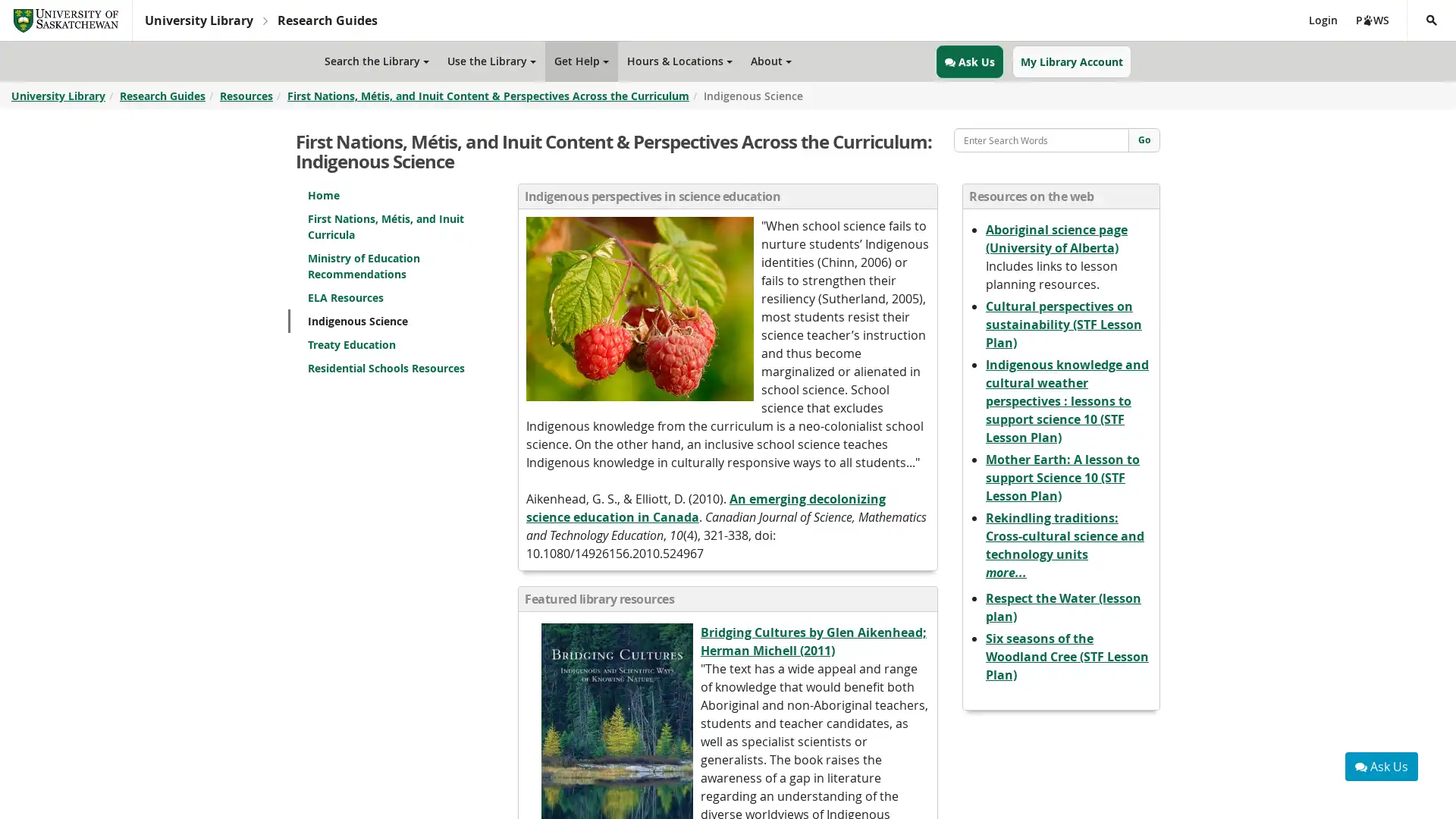  What do you see at coordinates (1144, 140) in the screenshot?
I see `Go` at bounding box center [1144, 140].